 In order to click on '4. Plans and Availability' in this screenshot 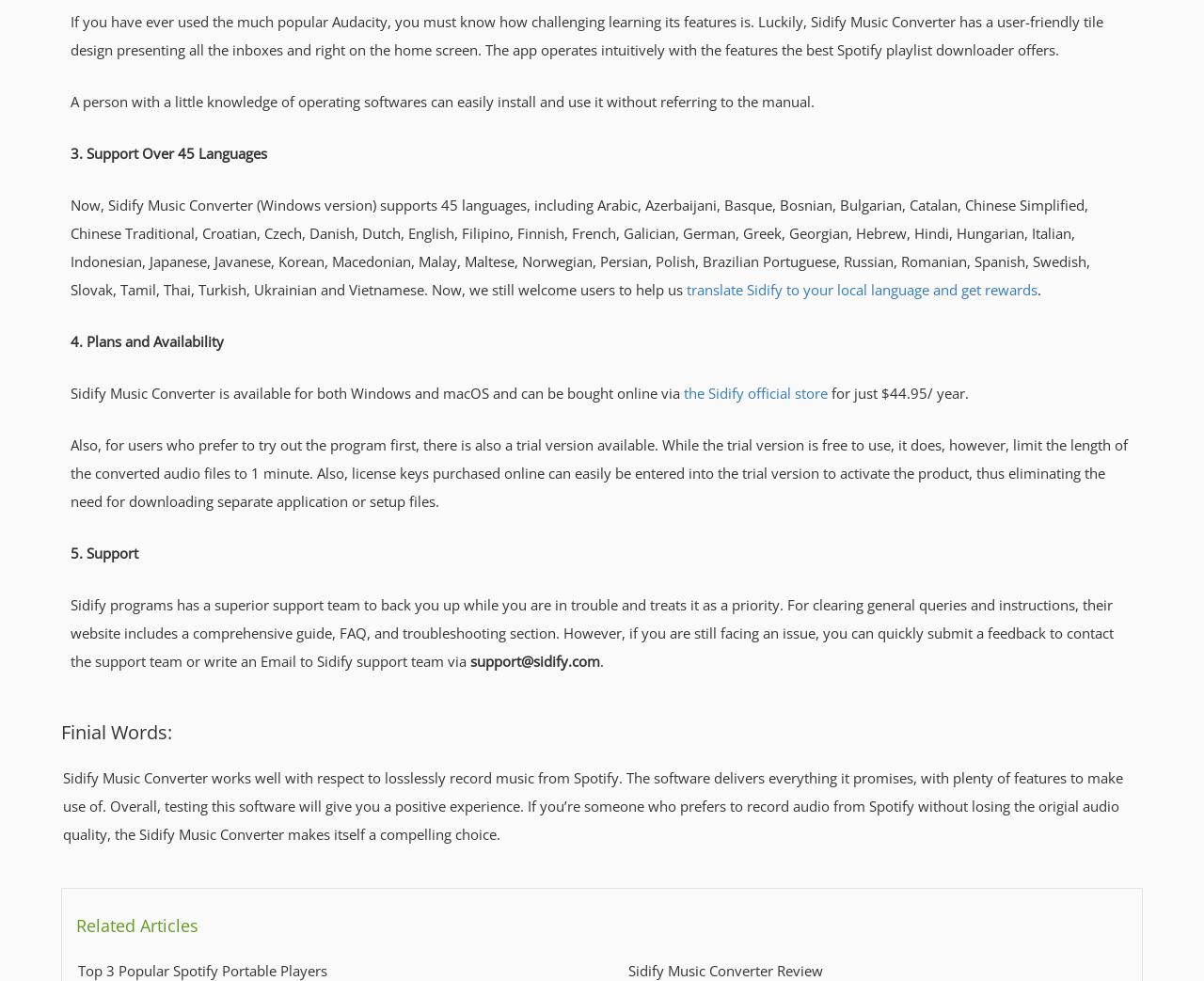, I will do `click(71, 340)`.